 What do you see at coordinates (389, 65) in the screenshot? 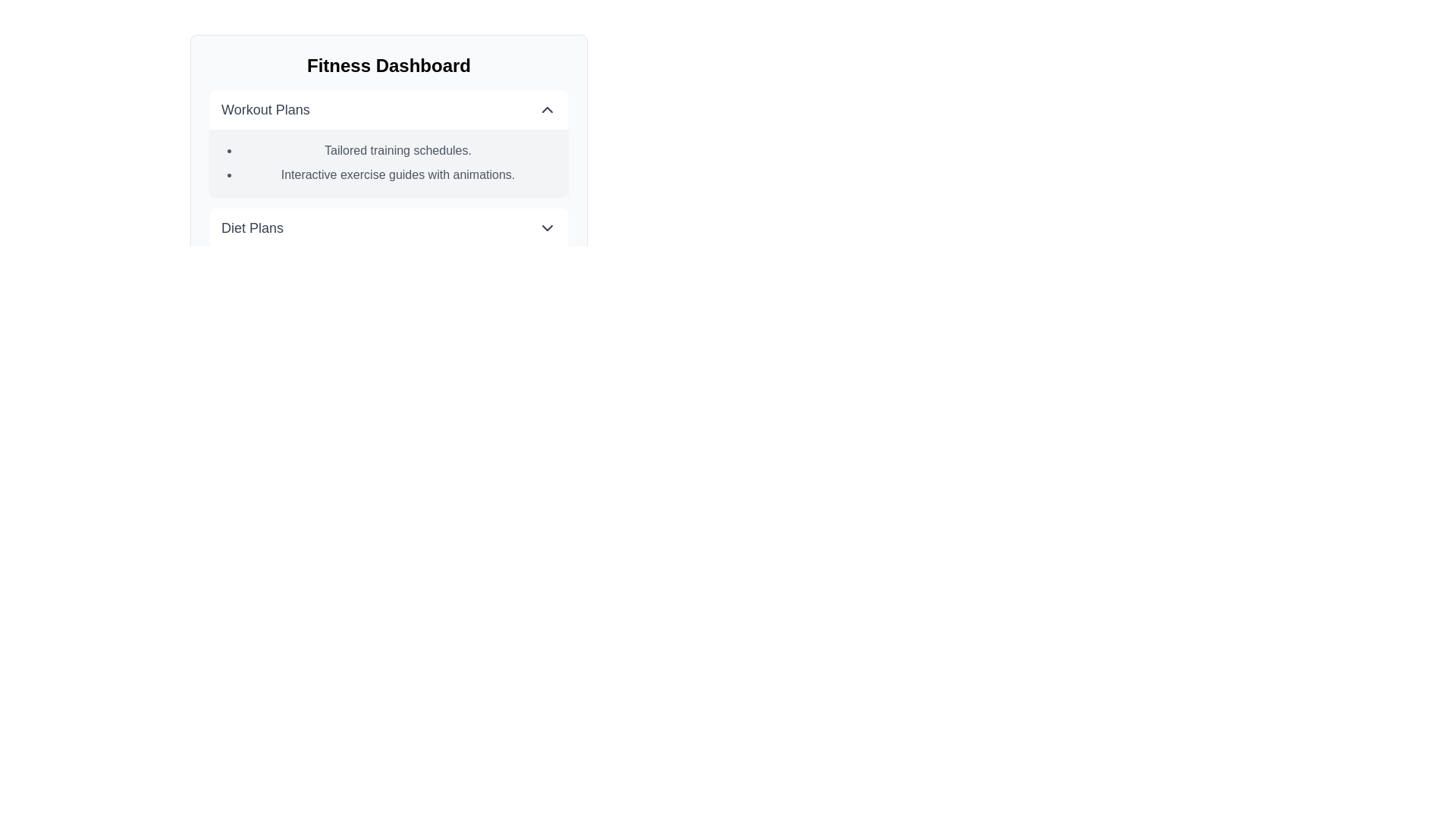
I see `text label that displays 'Fitness Dashboard', which is a prominent heading at the top-center of the dashboard section` at bounding box center [389, 65].